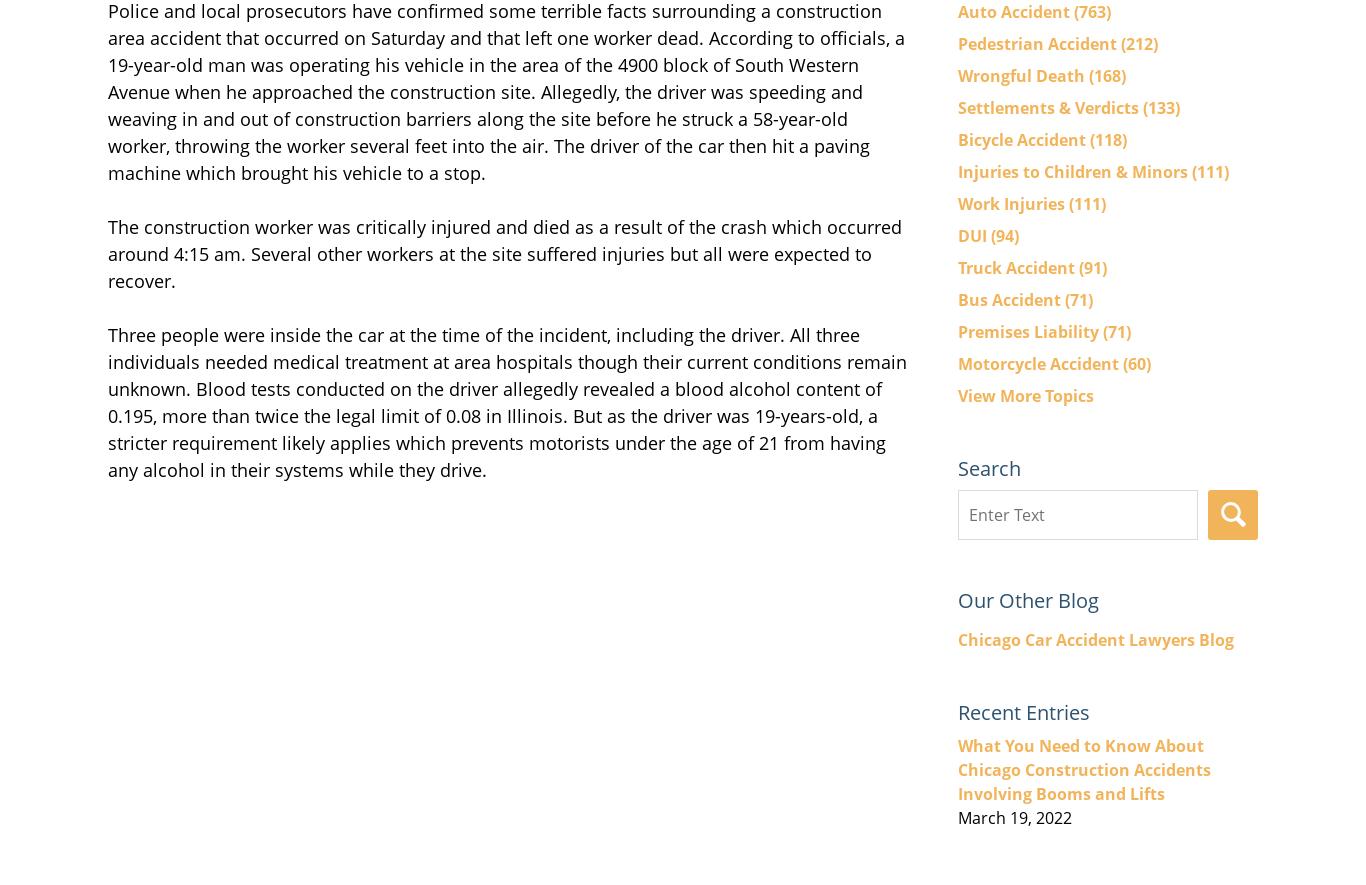  I want to click on 'March 19, 2022', so click(1014, 817).